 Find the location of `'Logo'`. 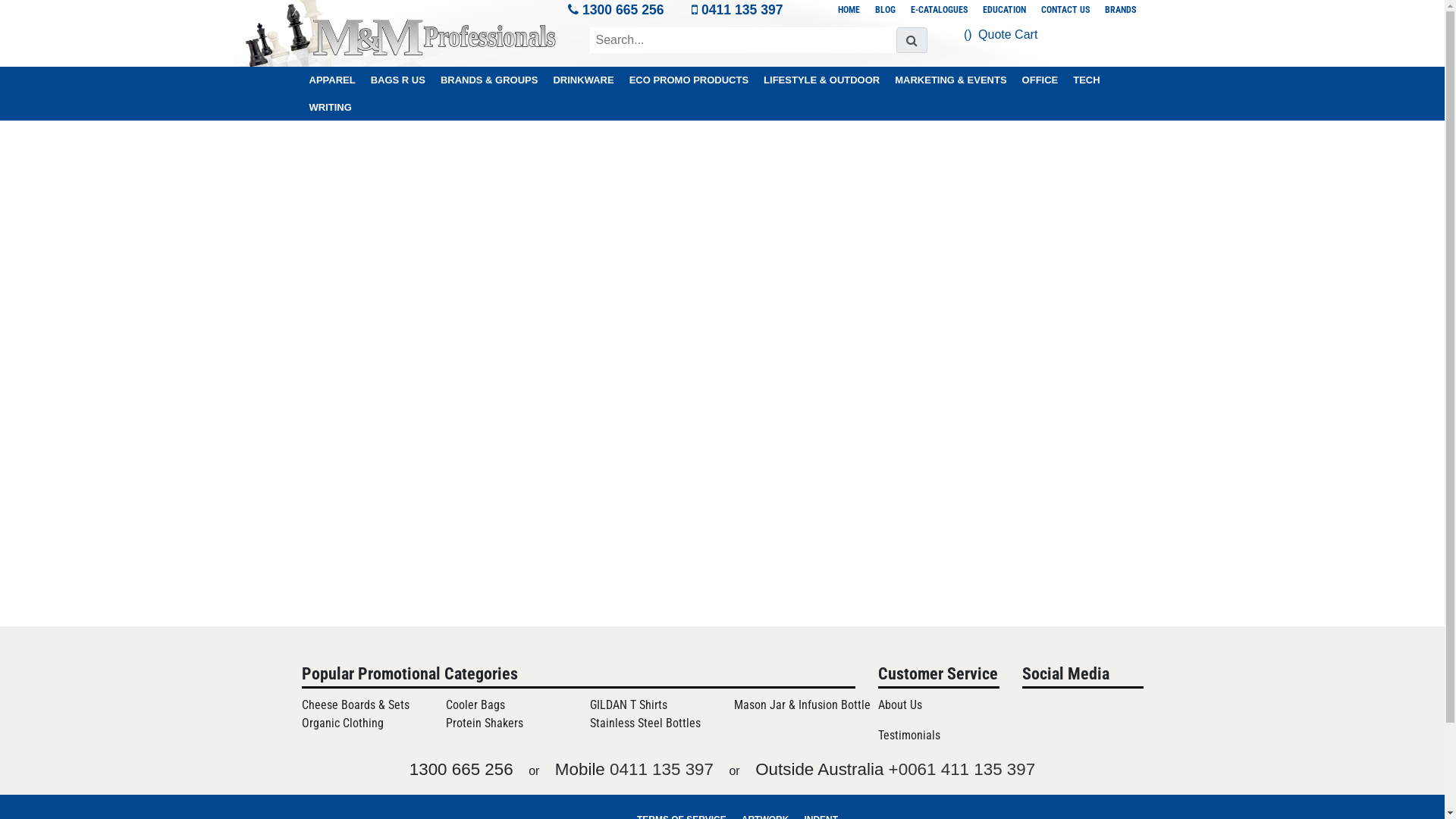

'Logo' is located at coordinates (433, 36).